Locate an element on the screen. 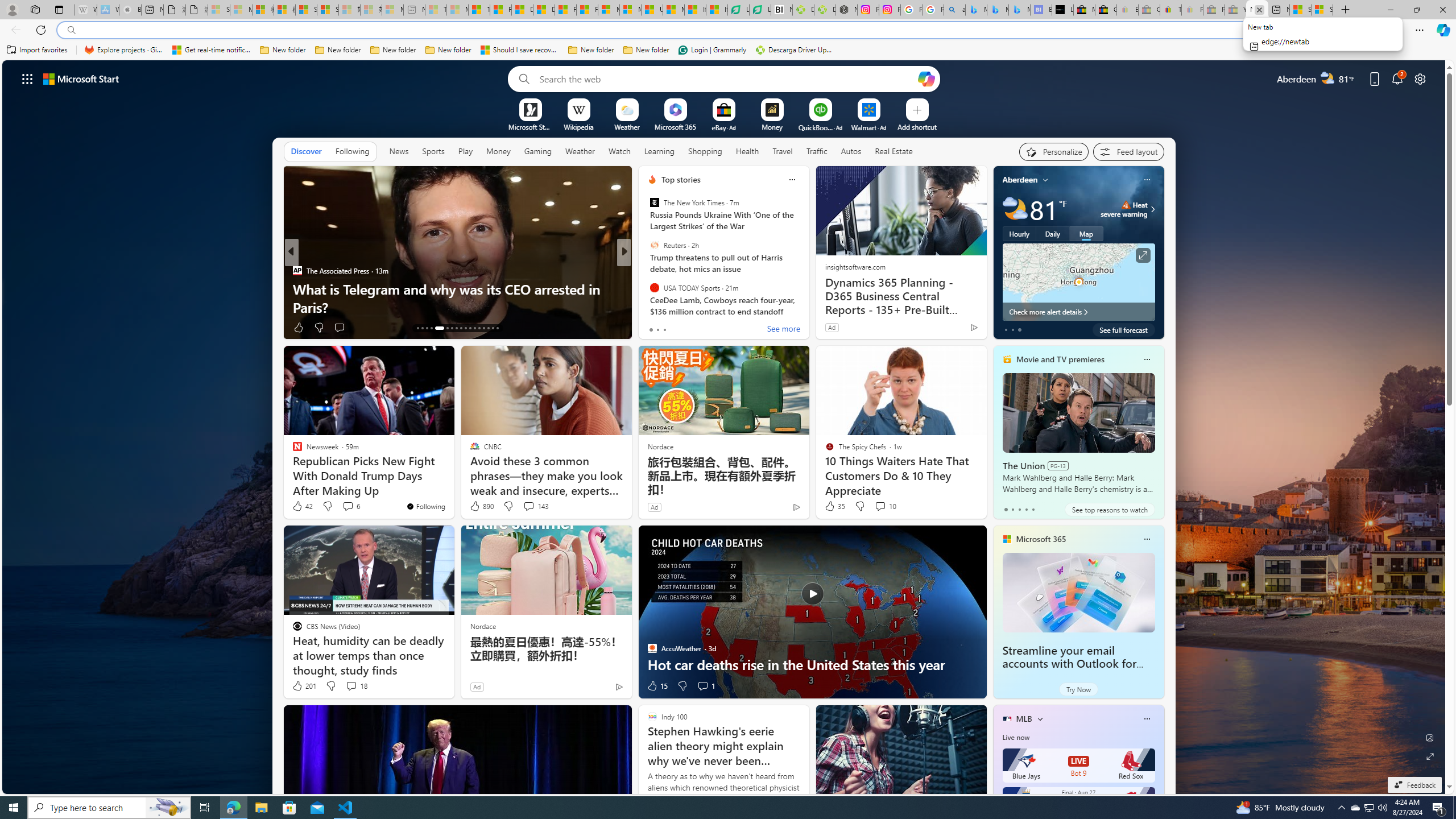 This screenshot has width=1456, height=819. '42 Like' is located at coordinates (301, 505).